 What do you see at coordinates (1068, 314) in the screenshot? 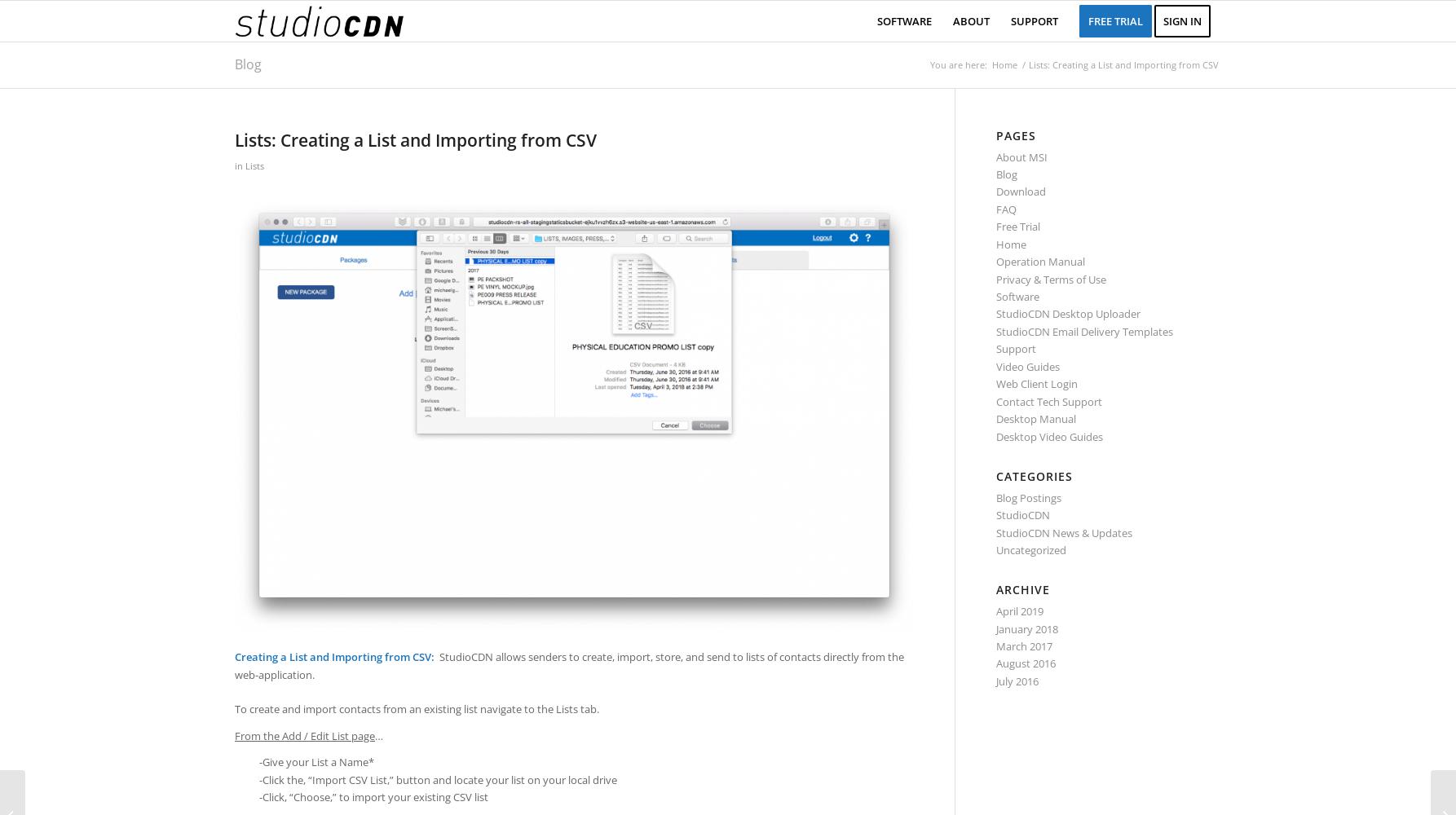
I see `'StudioCDN Desktop Uploader'` at bounding box center [1068, 314].